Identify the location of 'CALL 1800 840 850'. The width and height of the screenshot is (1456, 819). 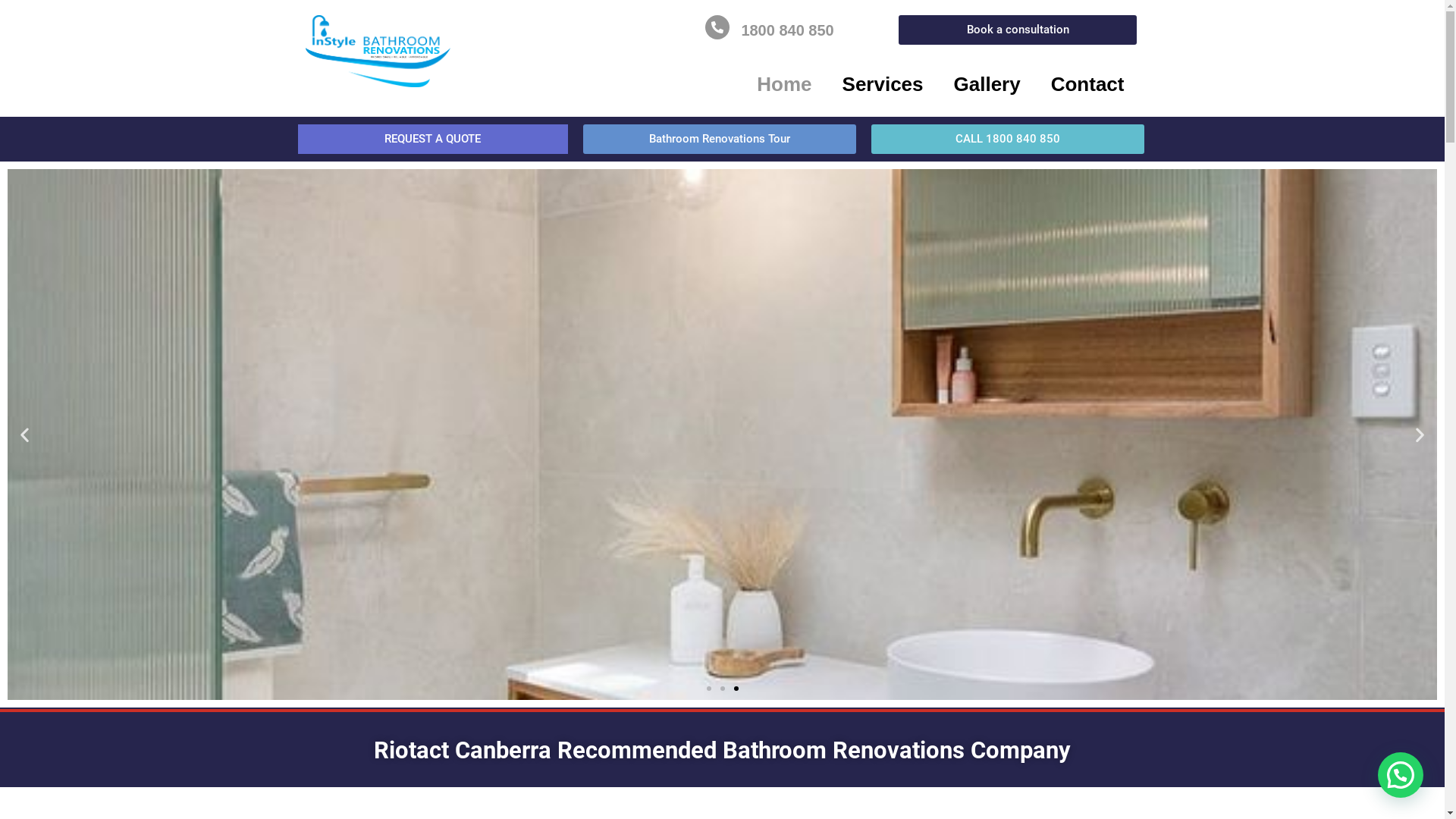
(1008, 139).